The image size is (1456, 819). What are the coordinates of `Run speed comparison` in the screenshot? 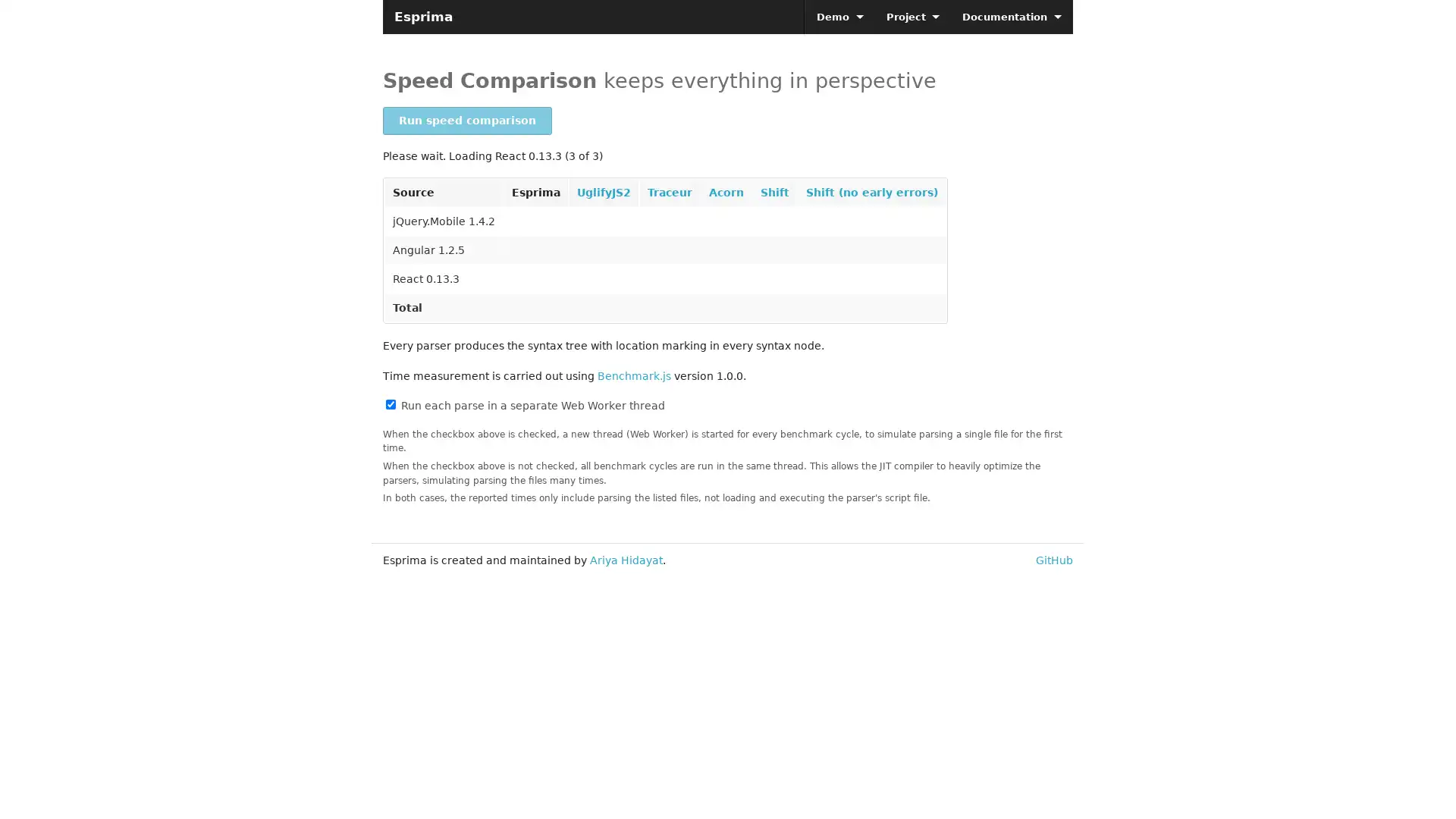 It's located at (466, 120).